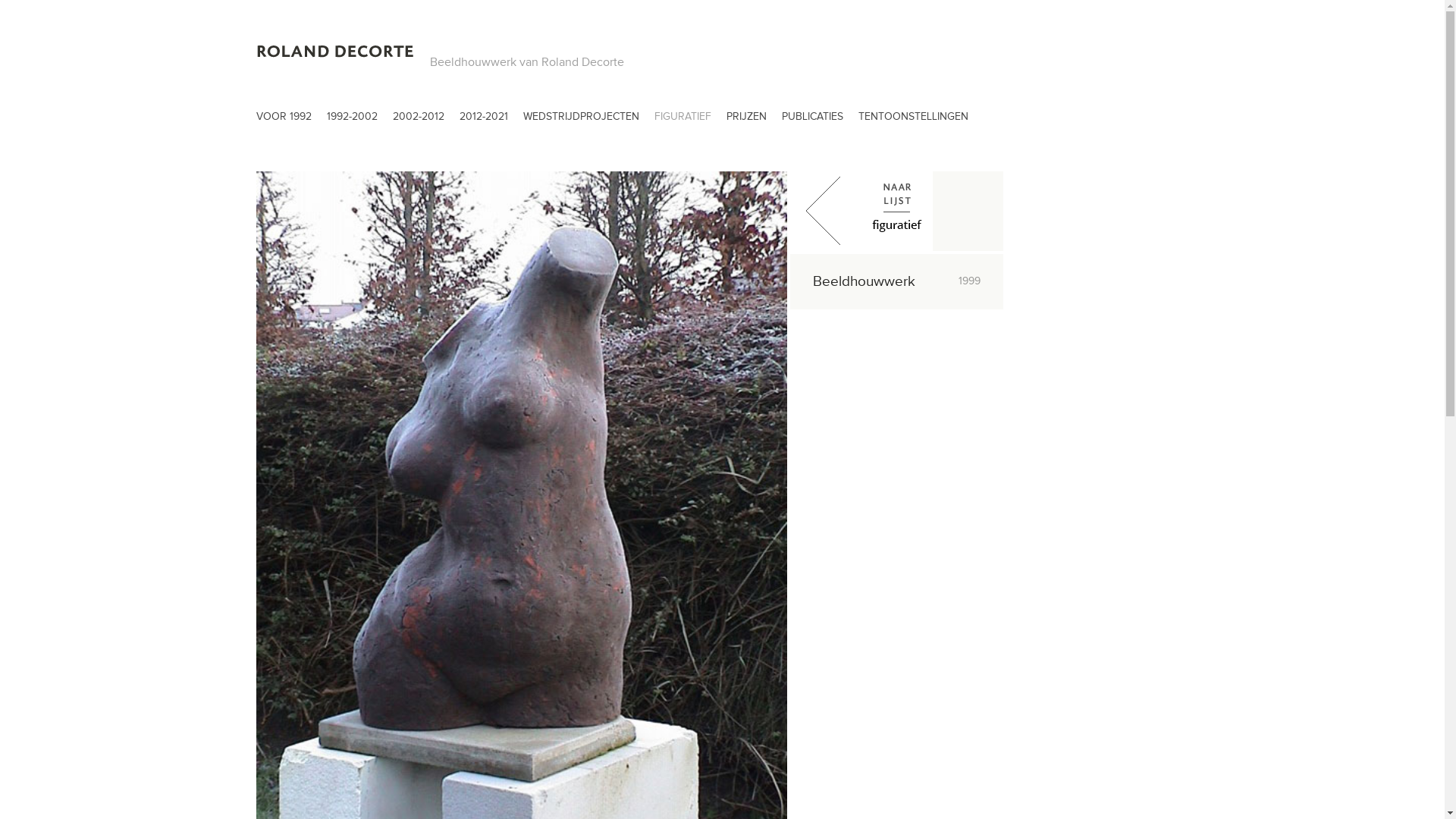  I want to click on 'PRIJZEN', so click(746, 119).